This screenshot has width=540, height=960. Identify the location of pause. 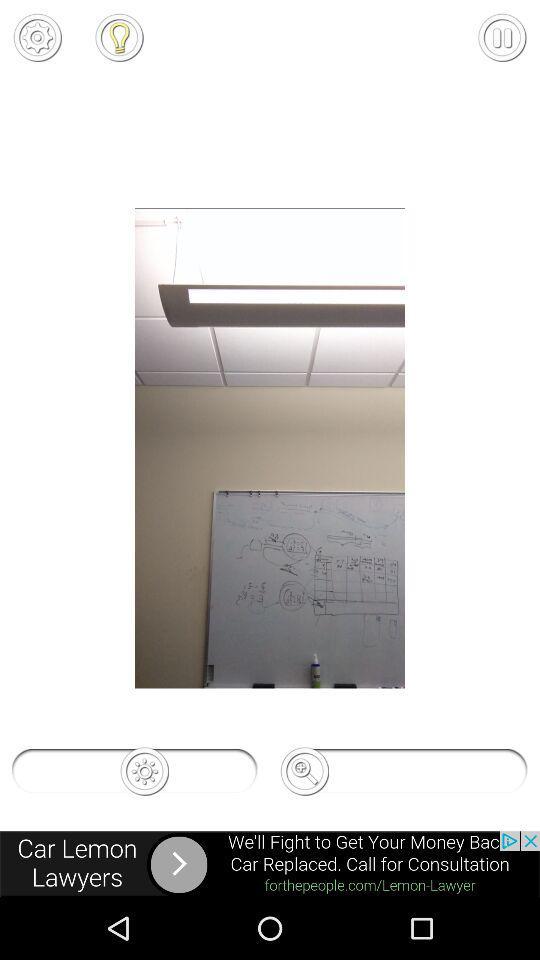
(501, 36).